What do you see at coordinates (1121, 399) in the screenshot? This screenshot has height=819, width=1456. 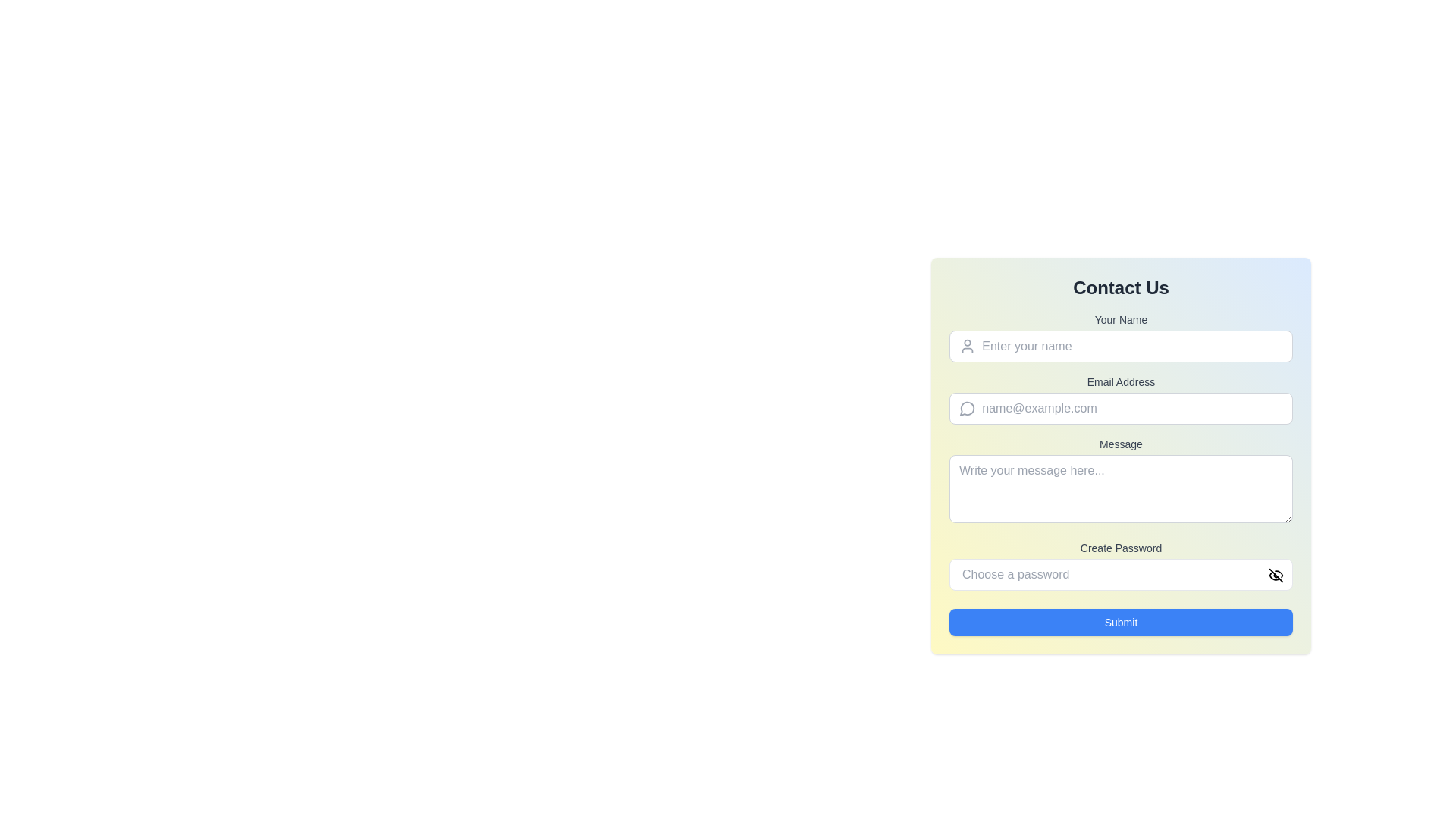 I see `the email input field located below 'Your Name' and above 'Message' in the 'Contact Us' form` at bounding box center [1121, 399].